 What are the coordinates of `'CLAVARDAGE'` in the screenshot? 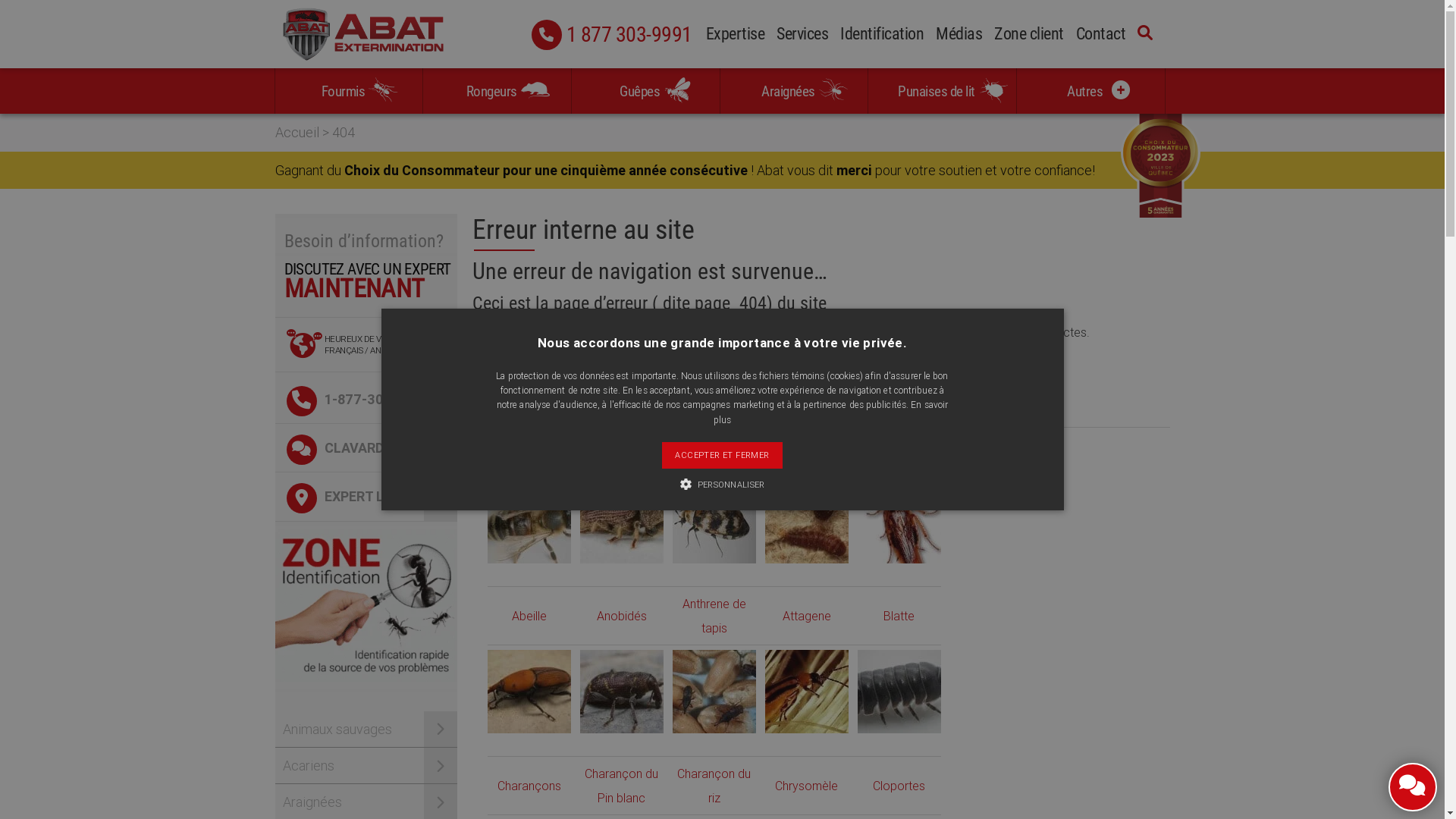 It's located at (365, 447).